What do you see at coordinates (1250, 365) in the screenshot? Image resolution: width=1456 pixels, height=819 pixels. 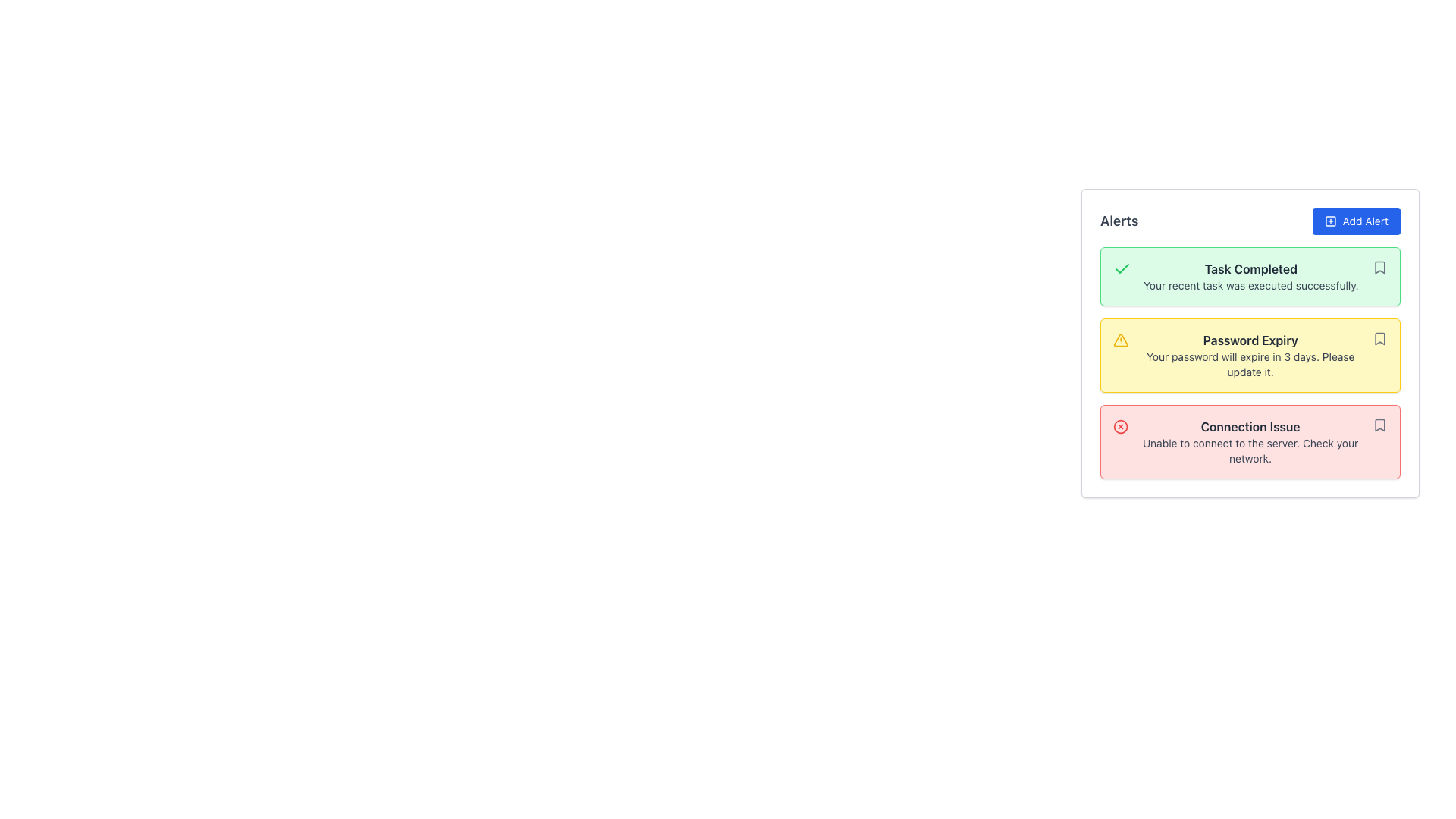 I see `the text notification displaying 'Your password will expire in 3 days. Please update it.' which is located in a yellow alert box below the 'Password Expiry' title` at bounding box center [1250, 365].